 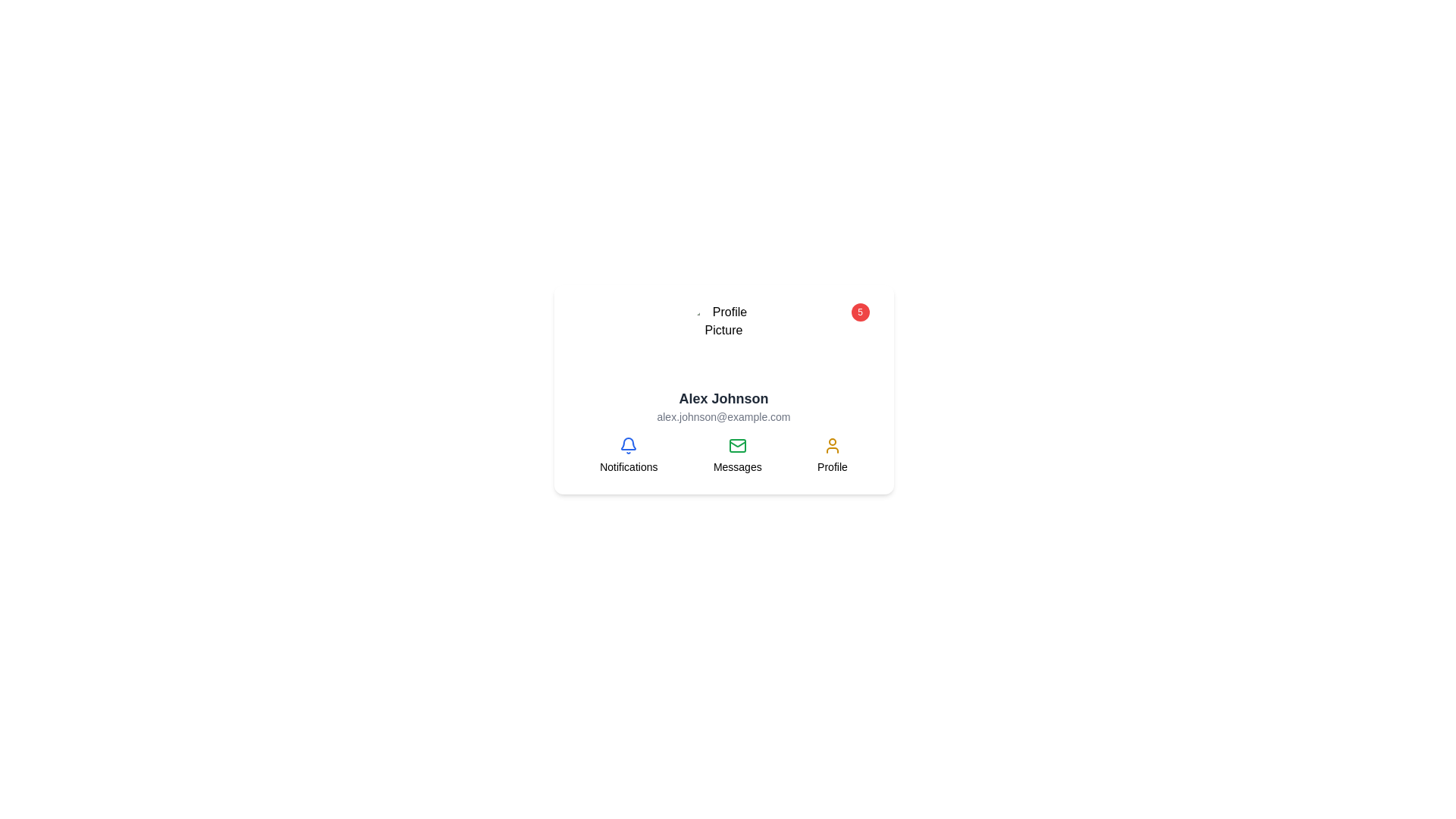 I want to click on the email address text label displayed in a smaller, grayed-out font below the name 'Alex Johnson', so click(x=723, y=417).